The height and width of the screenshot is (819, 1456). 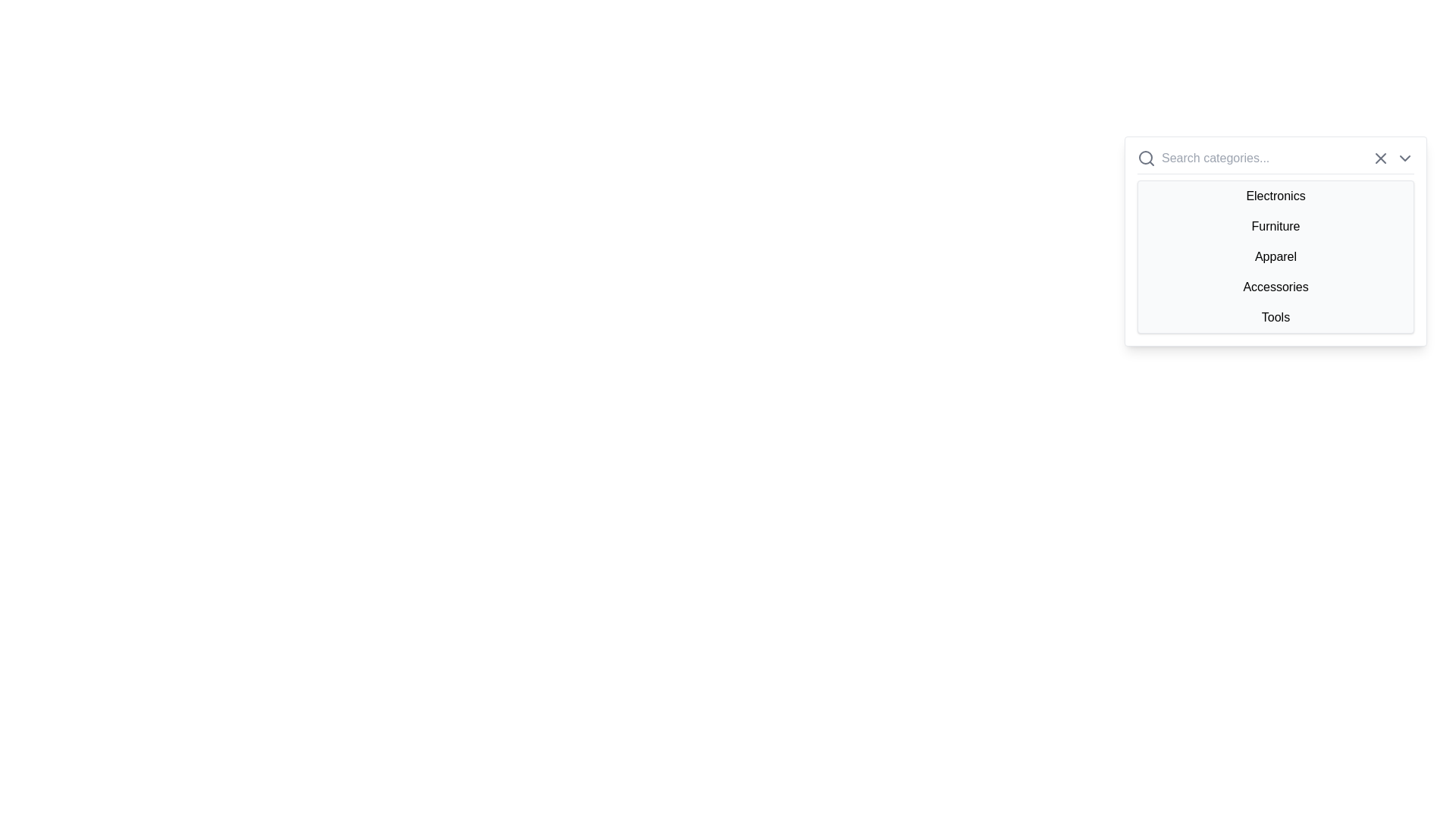 What do you see at coordinates (1147, 158) in the screenshot?
I see `the magnifying glass icon styled as a search symbol located at the left-most side of the top search bar interface` at bounding box center [1147, 158].